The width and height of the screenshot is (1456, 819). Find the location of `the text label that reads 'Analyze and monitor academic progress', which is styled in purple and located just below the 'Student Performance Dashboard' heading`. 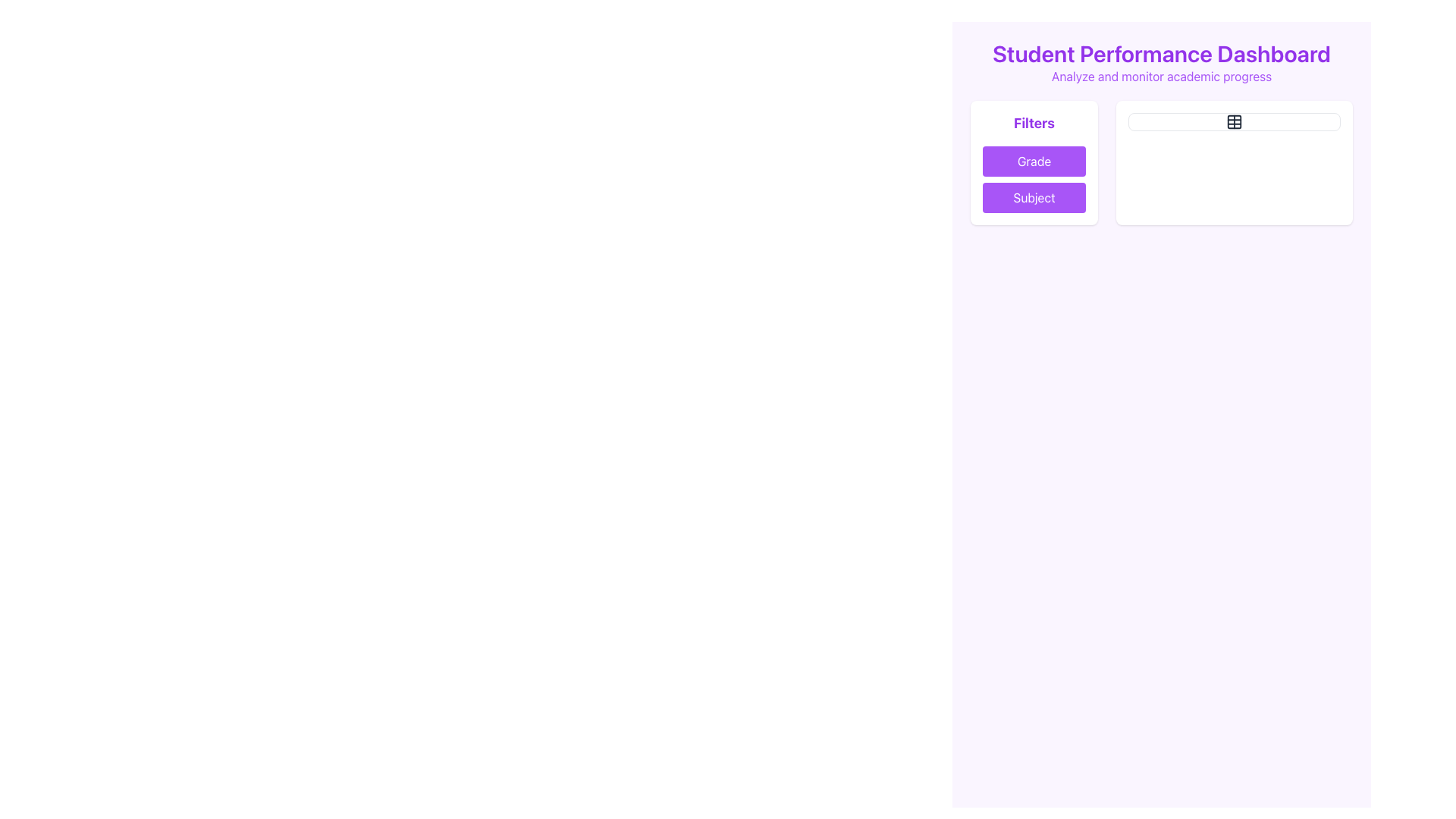

the text label that reads 'Analyze and monitor academic progress', which is styled in purple and located just below the 'Student Performance Dashboard' heading is located at coordinates (1160, 76).